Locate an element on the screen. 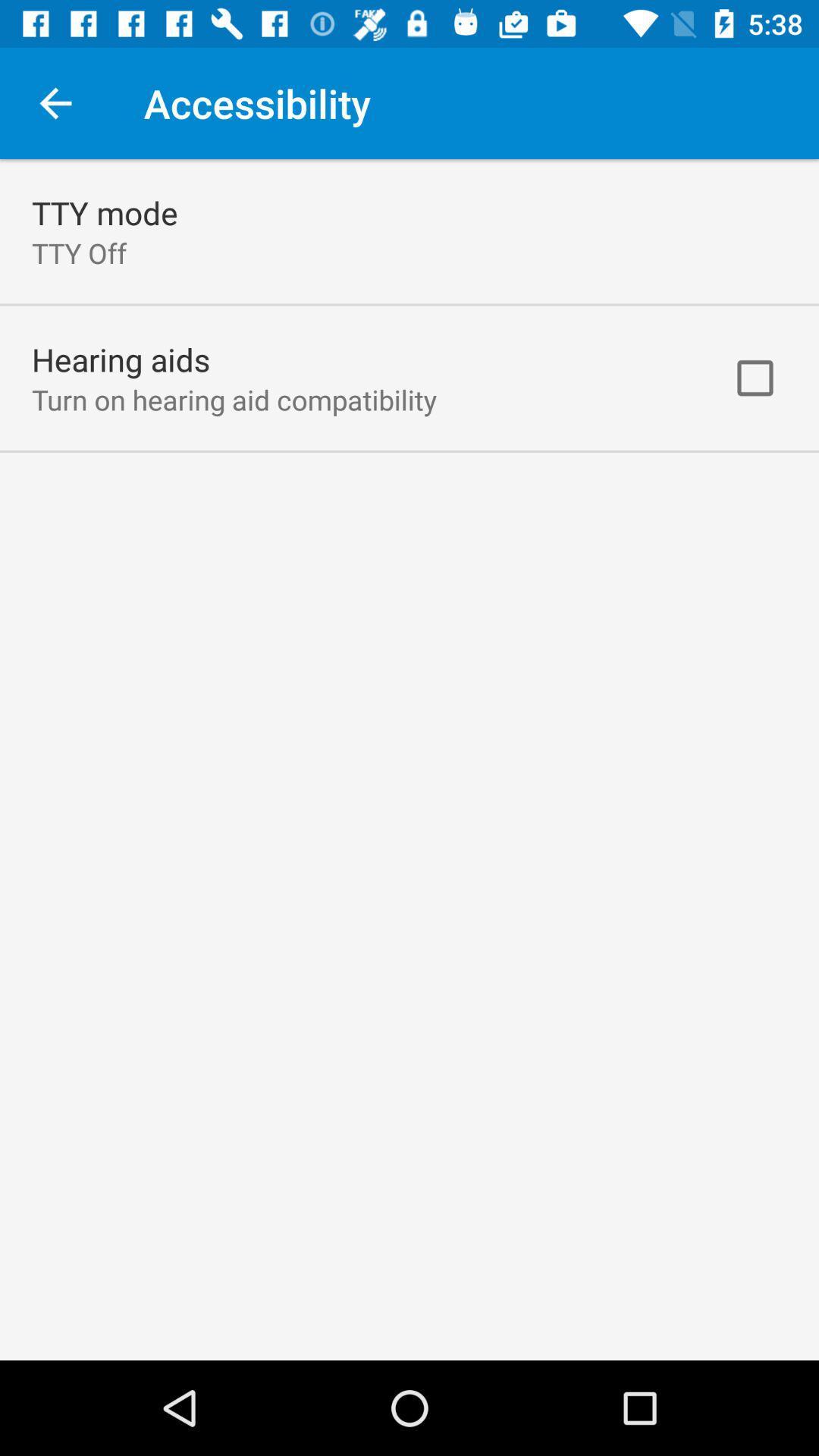 The width and height of the screenshot is (819, 1456). the item above the hearing aids app is located at coordinates (79, 253).